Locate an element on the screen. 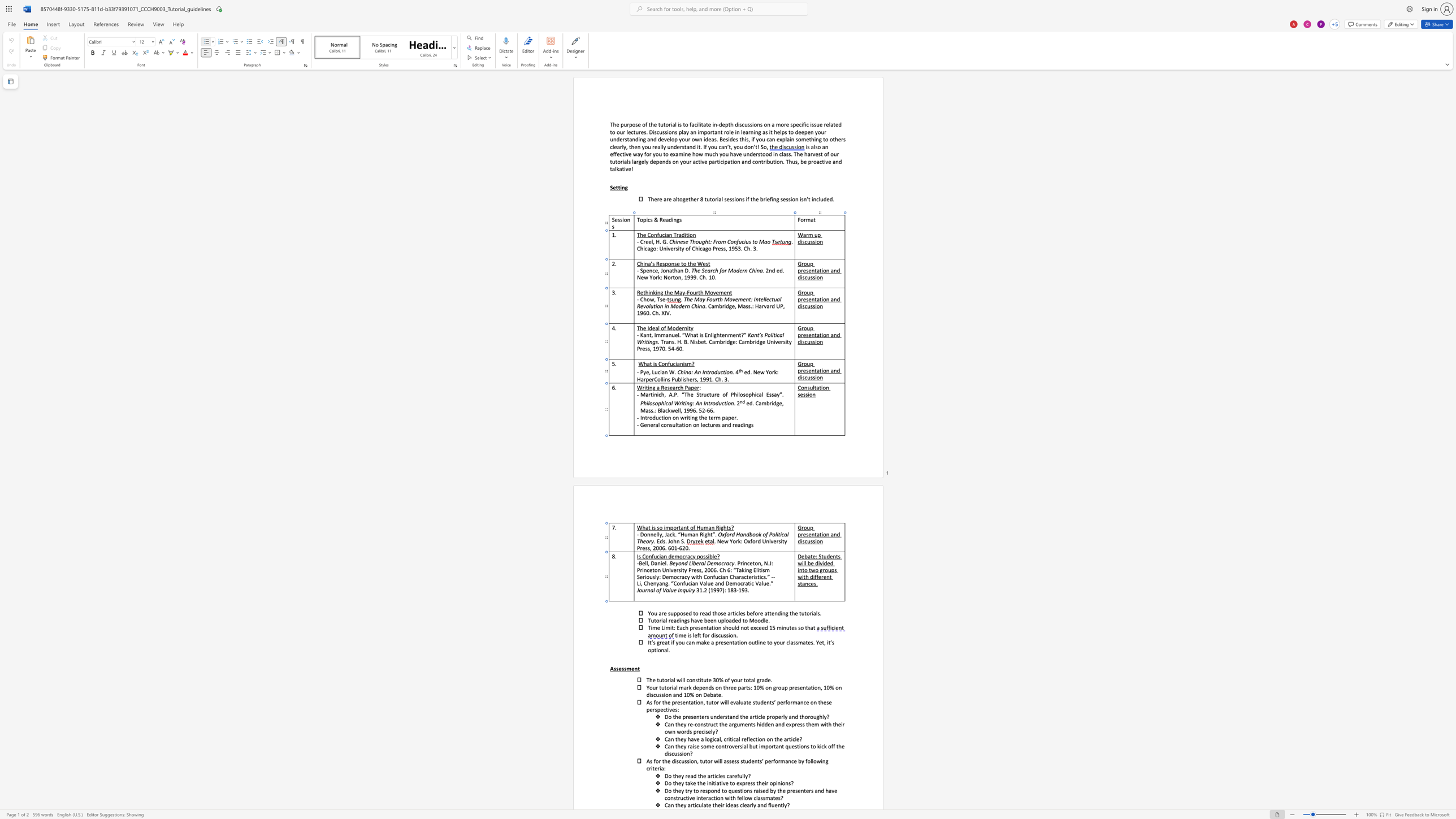 This screenshot has width=1456, height=819. the space between the continuous character "t" and "e" in the text is located at coordinates (718, 694).